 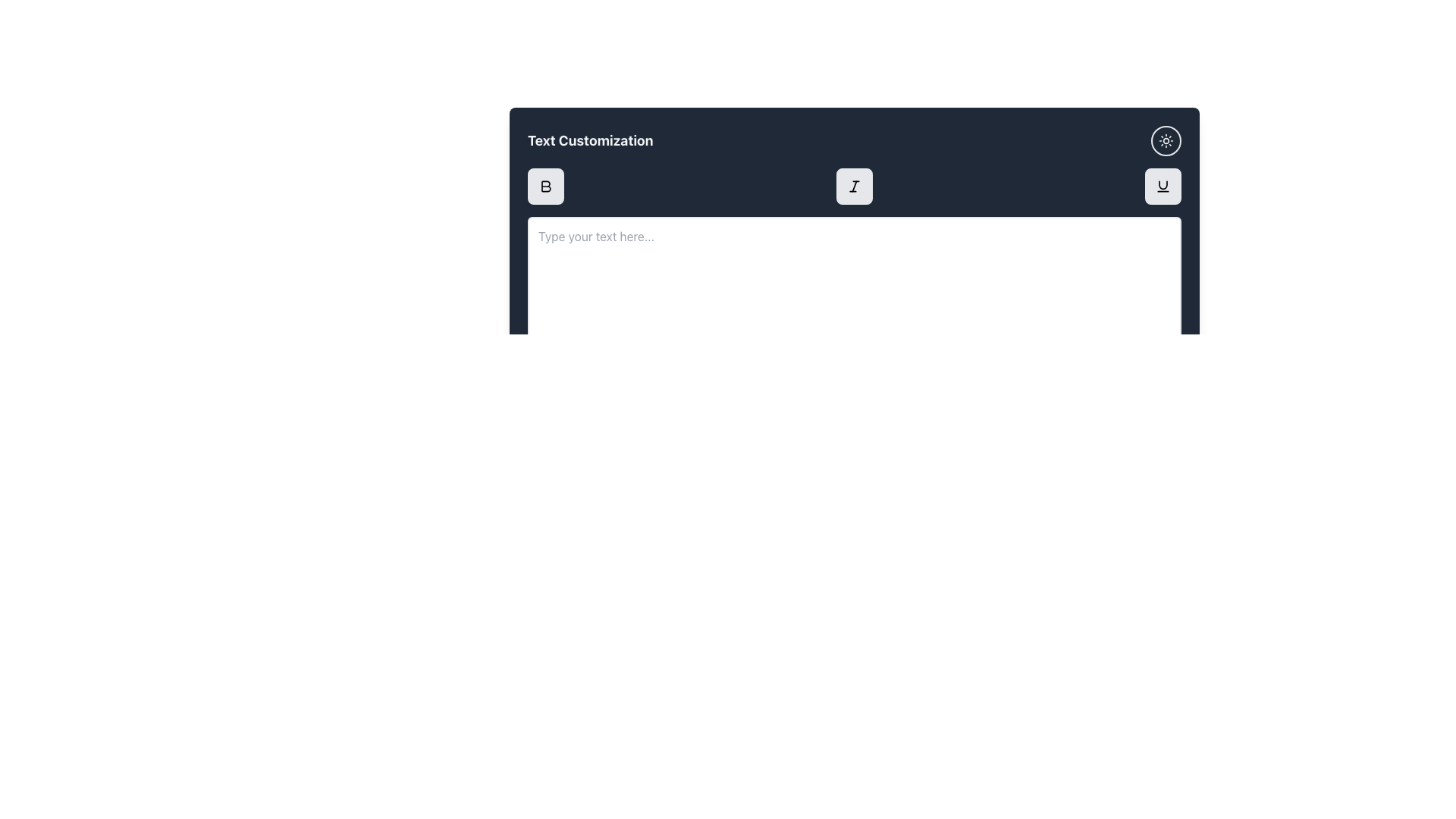 I want to click on the underline icon located in the upper-right corner of the text customization toolbar, so click(x=1163, y=186).